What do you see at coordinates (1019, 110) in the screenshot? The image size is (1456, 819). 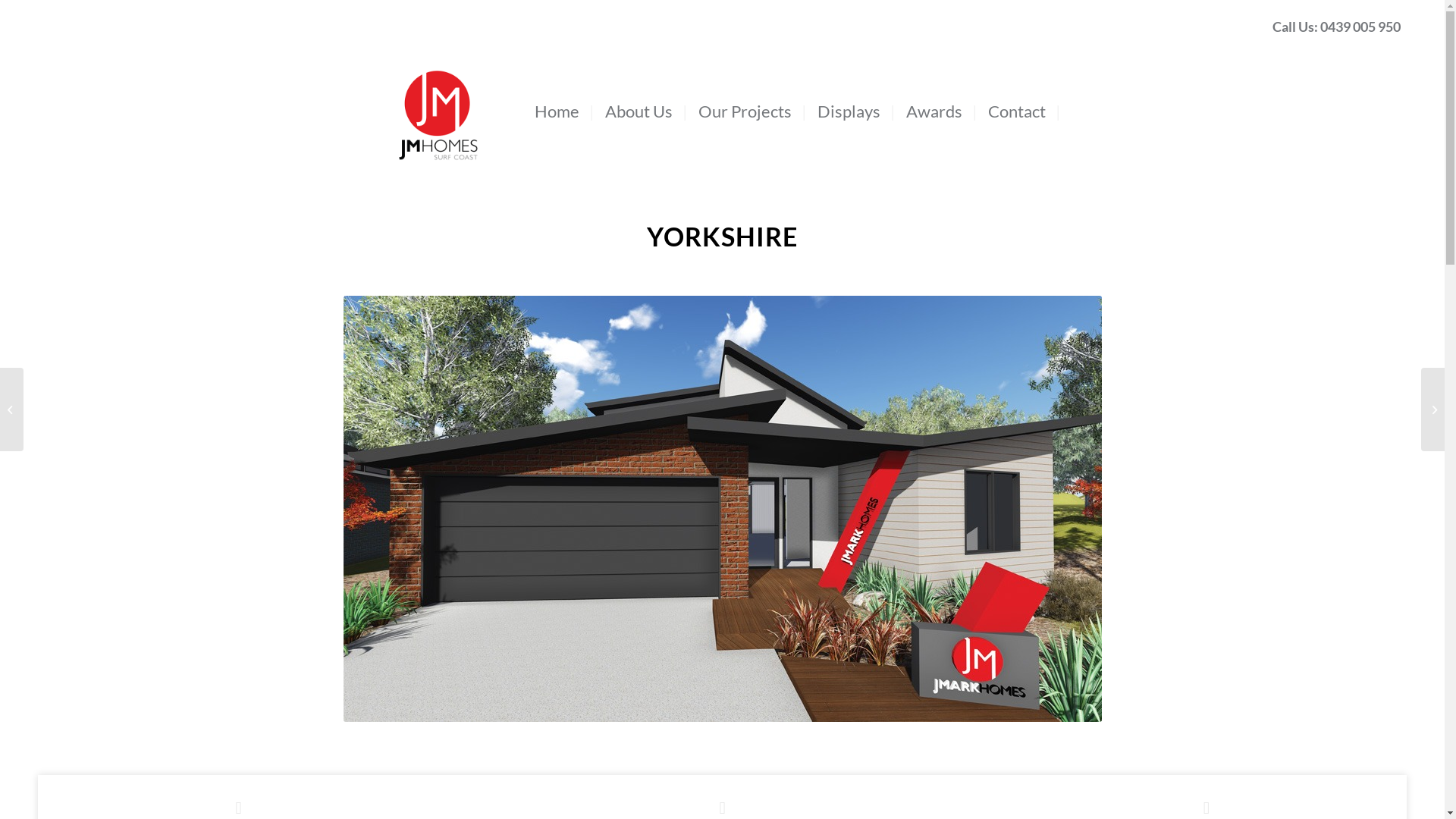 I see `'Contact'` at bounding box center [1019, 110].